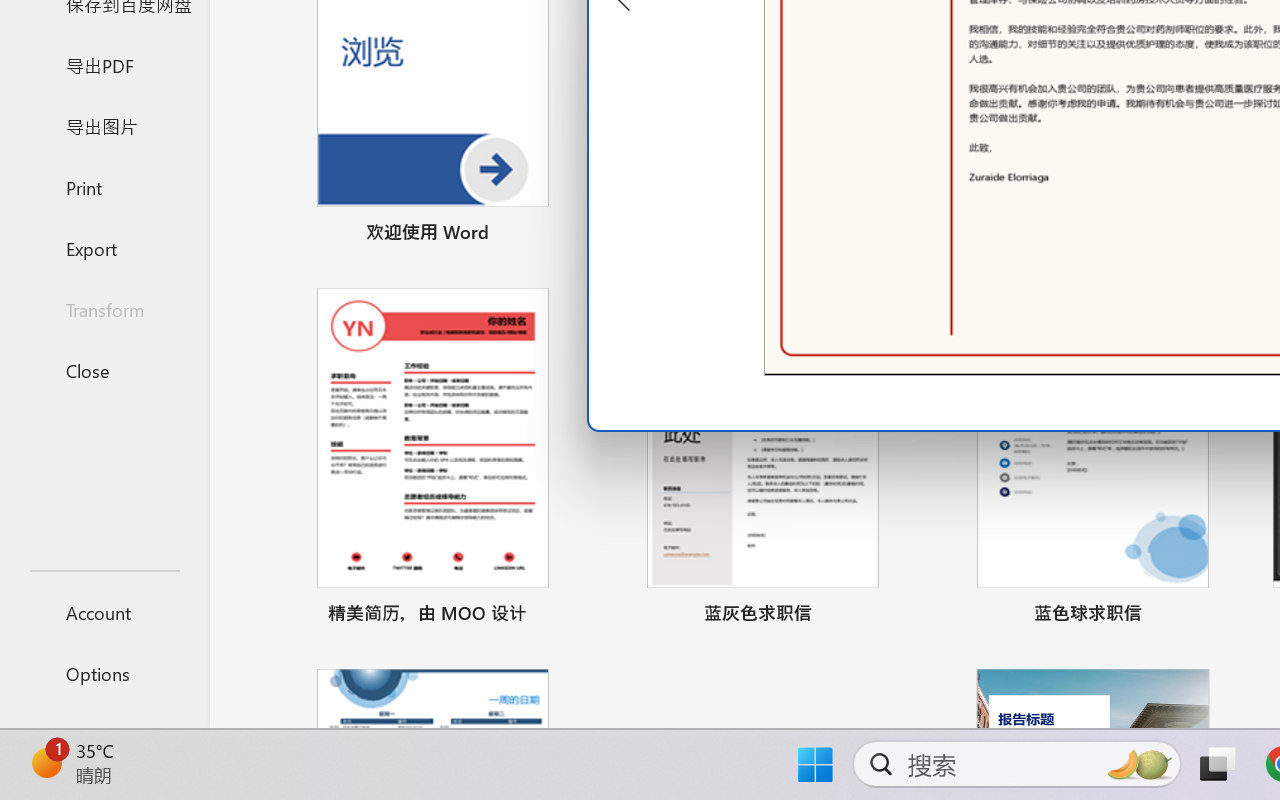 Image resolution: width=1280 pixels, height=800 pixels. I want to click on 'Pin to list', so click(1222, 616).